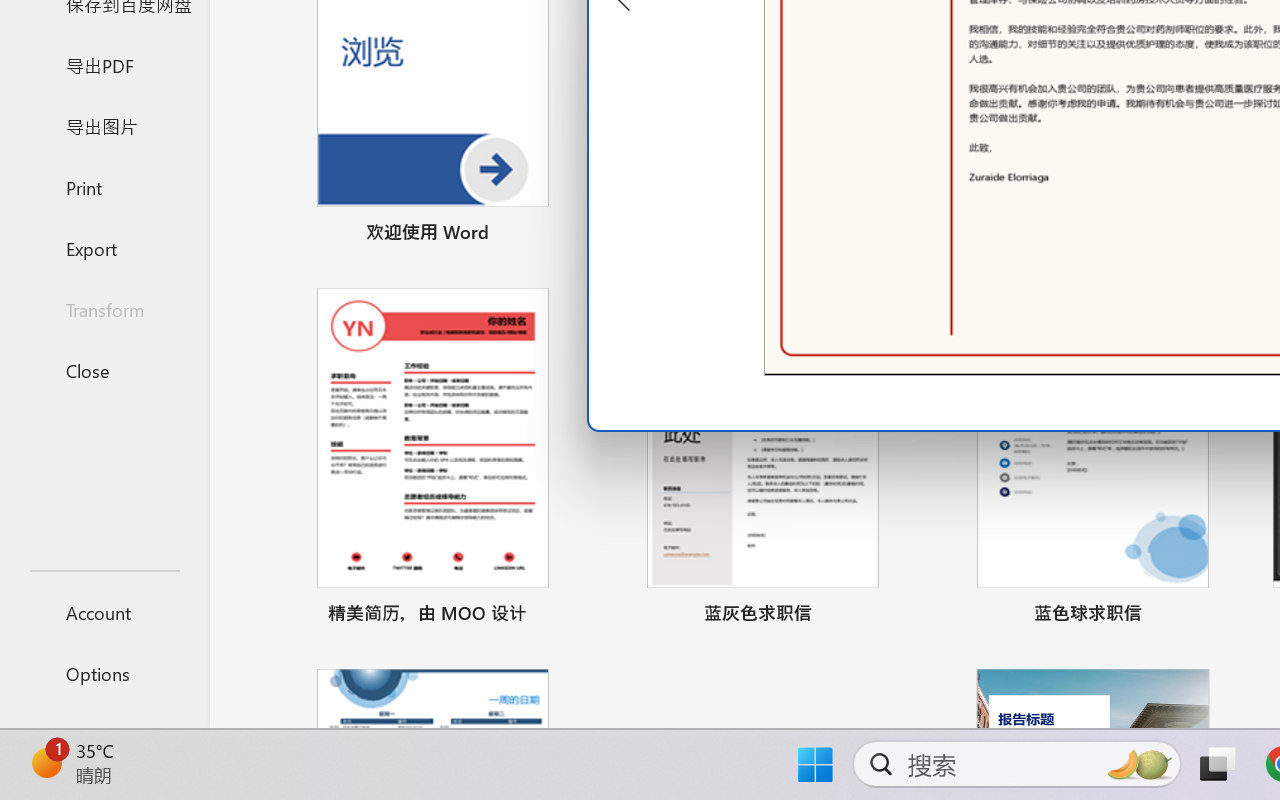 Image resolution: width=1280 pixels, height=800 pixels. I want to click on 'Pin to list', so click(1222, 616).